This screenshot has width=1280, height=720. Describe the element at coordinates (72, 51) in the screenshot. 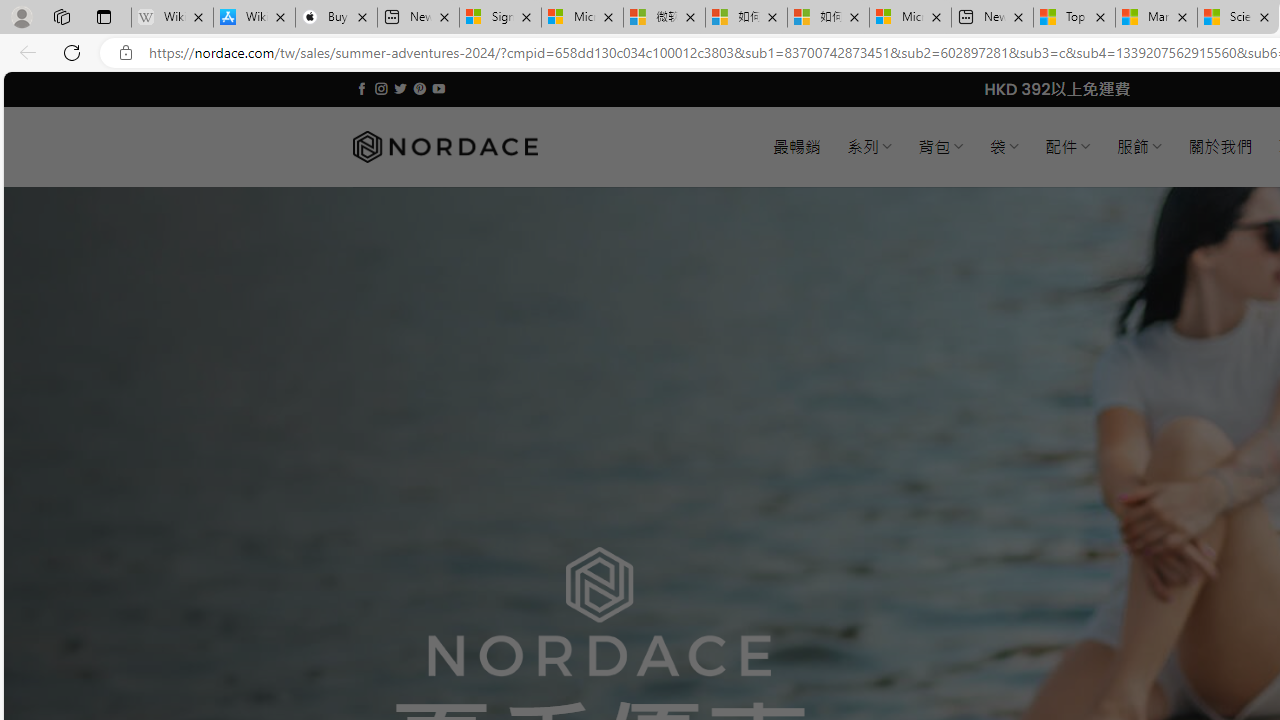

I see `'Refresh'` at that location.